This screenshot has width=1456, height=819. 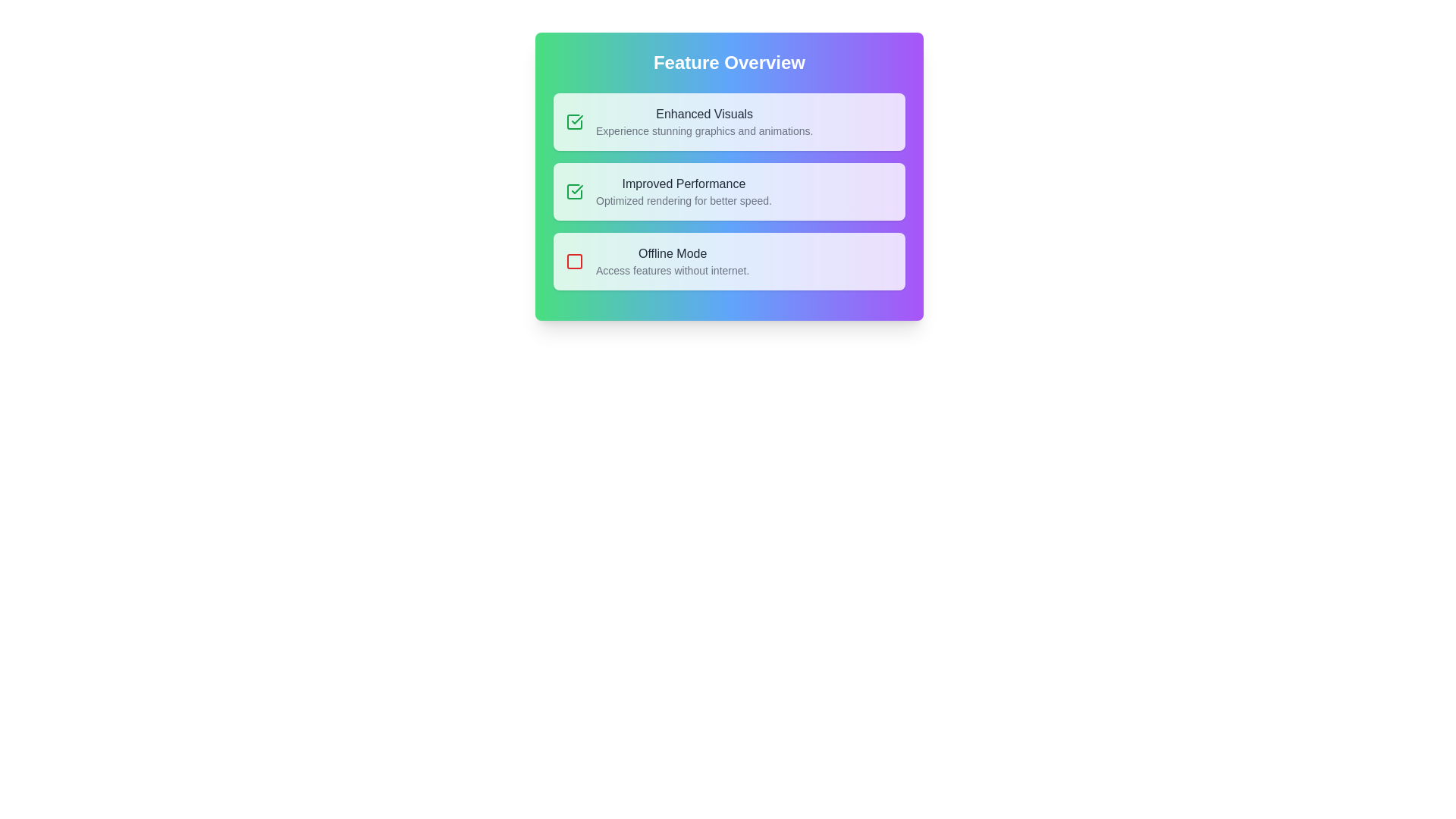 What do you see at coordinates (729, 260) in the screenshot?
I see `the feature item titled 'Offline Mode' to inspect its details` at bounding box center [729, 260].